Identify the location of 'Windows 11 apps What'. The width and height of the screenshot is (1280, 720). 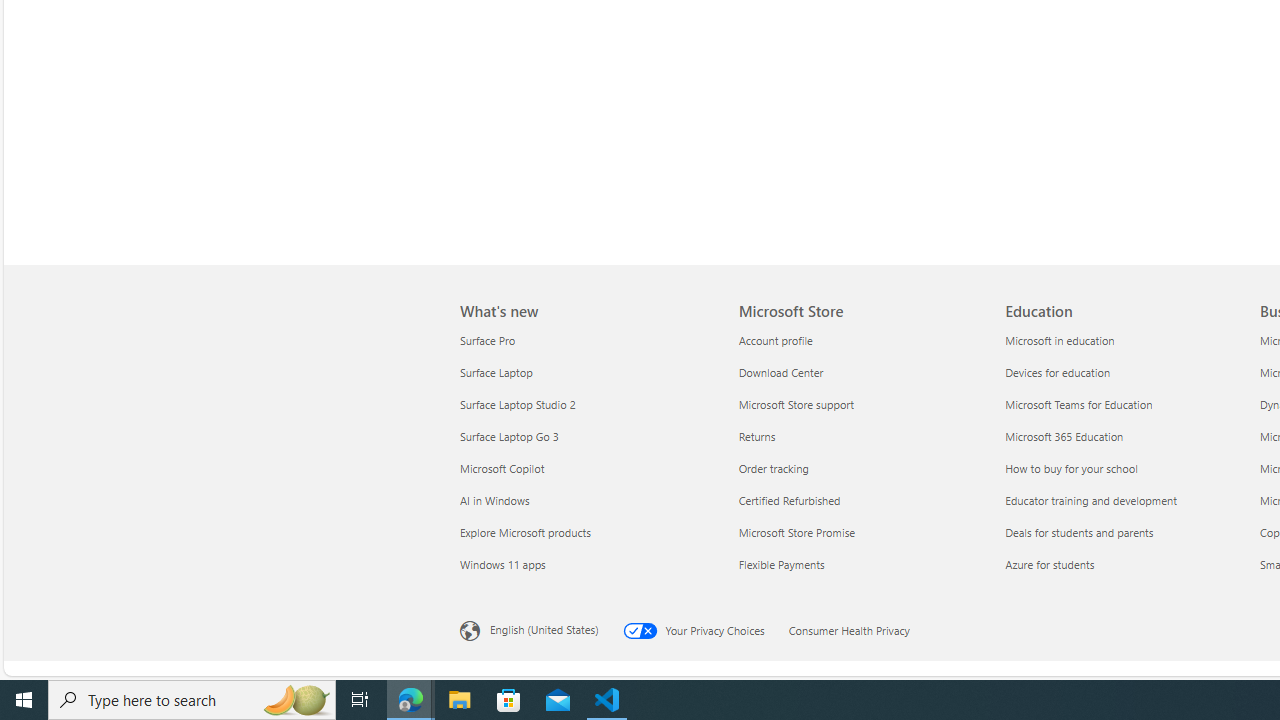
(503, 563).